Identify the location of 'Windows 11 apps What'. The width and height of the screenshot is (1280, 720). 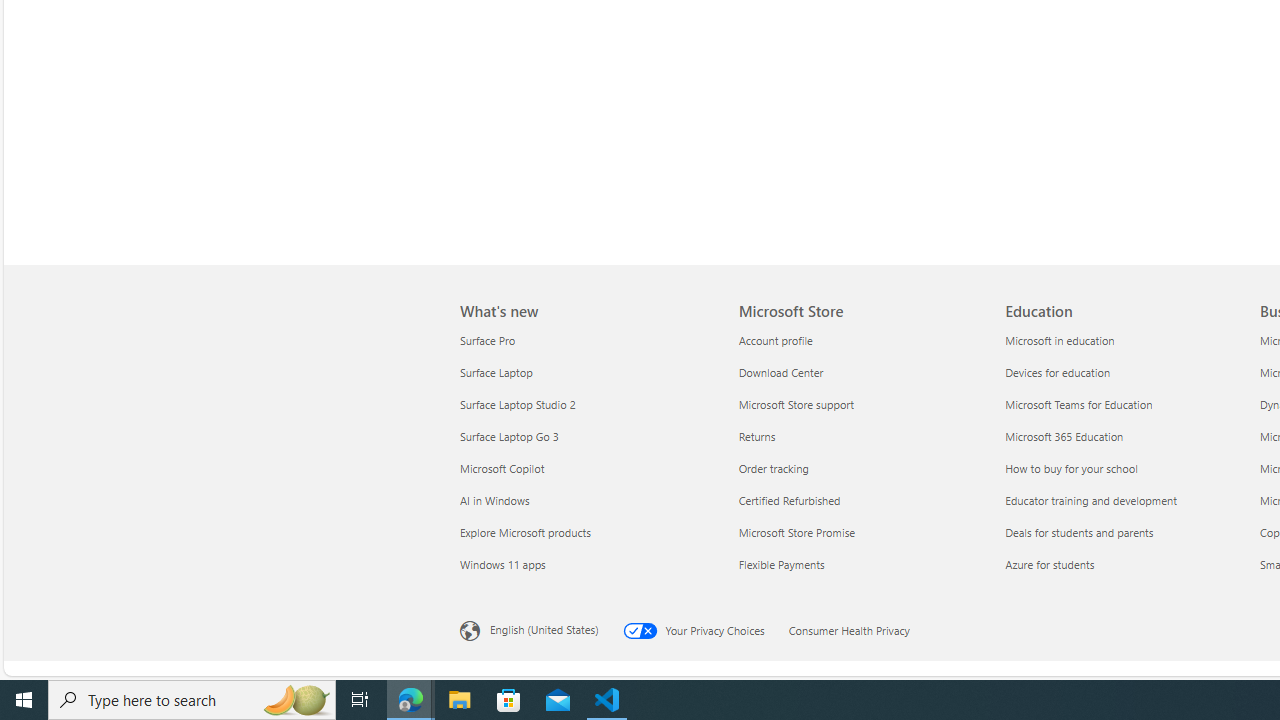
(503, 563).